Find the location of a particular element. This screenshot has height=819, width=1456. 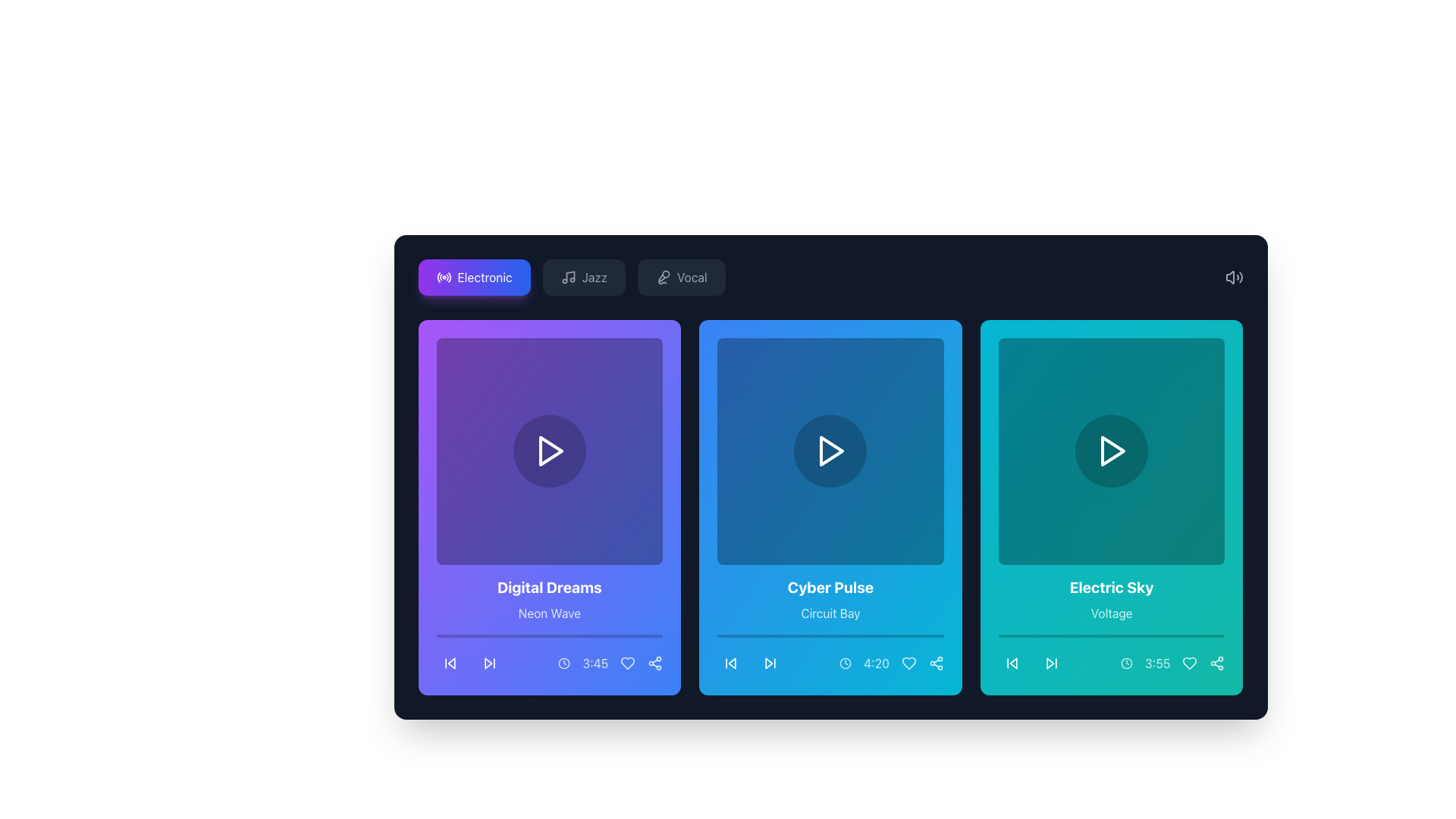

the heart-shaped icon button located at the bottom-right corner of the second card in the series of music track cards is located at coordinates (908, 662).